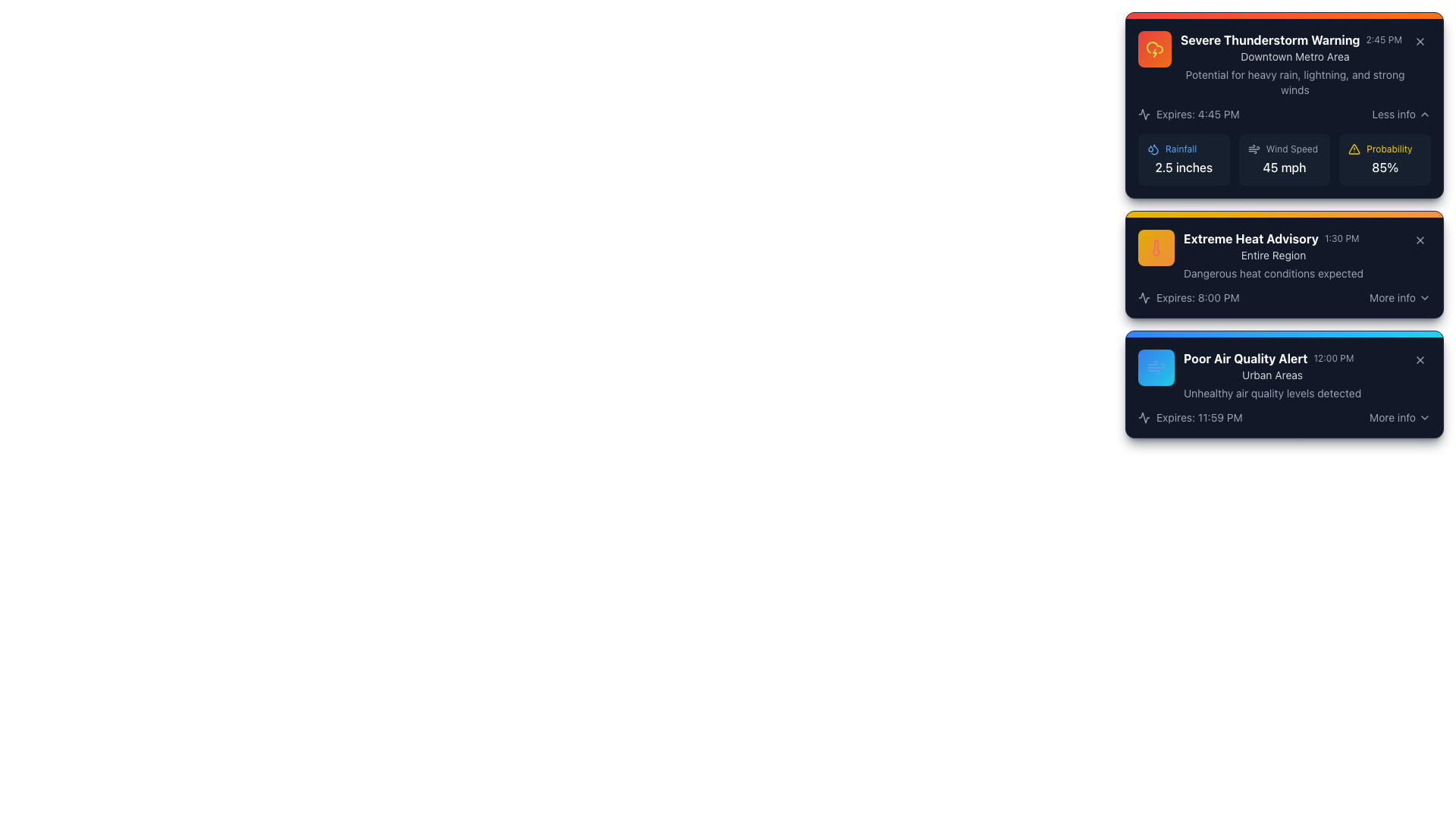  I want to click on the triangular warning icon with a yellow outline located in the 'Severe Thunderstorm Warning' notification card, adjacent to the 'Probability' label, so click(1354, 149).